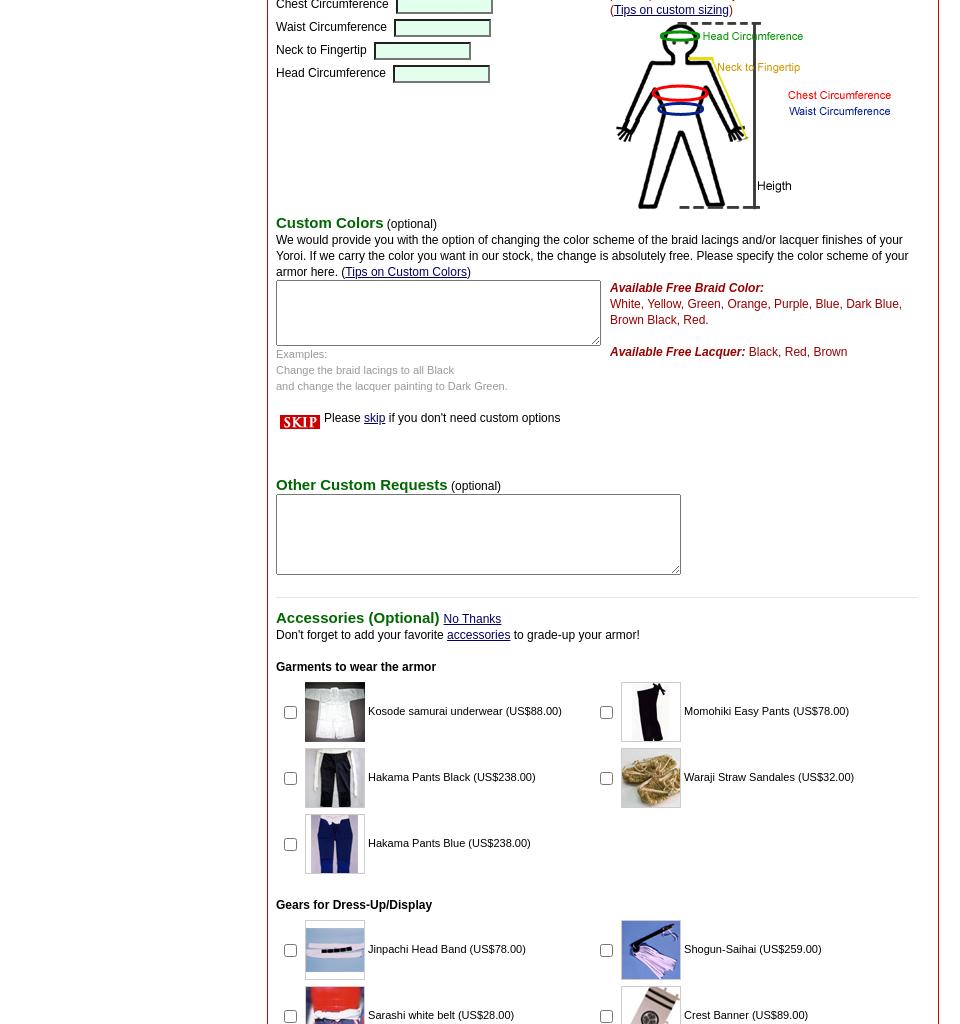  What do you see at coordinates (324, 415) in the screenshot?
I see `'Please'` at bounding box center [324, 415].